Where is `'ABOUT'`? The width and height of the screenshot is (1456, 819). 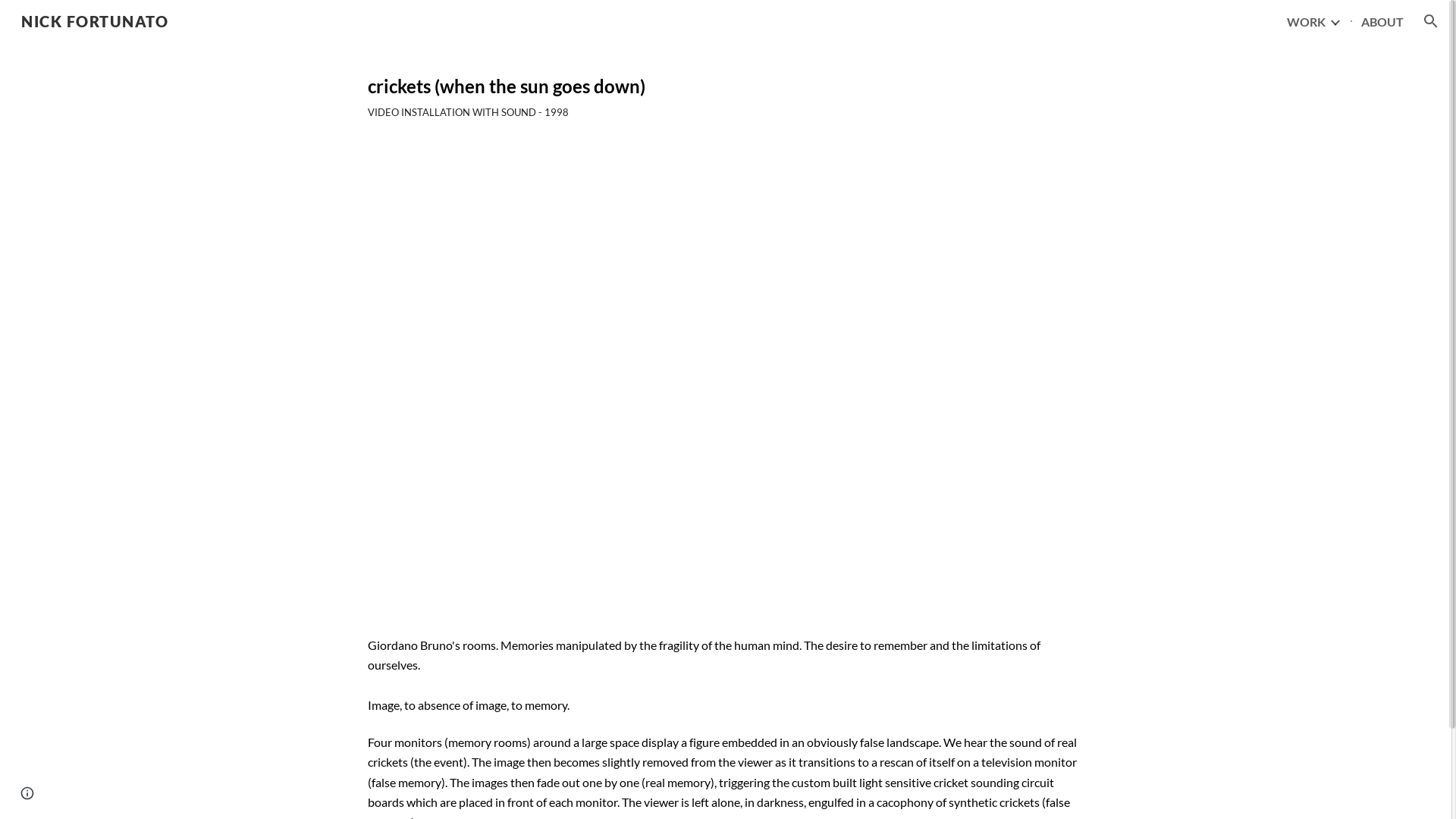
'ABOUT' is located at coordinates (1382, 20).